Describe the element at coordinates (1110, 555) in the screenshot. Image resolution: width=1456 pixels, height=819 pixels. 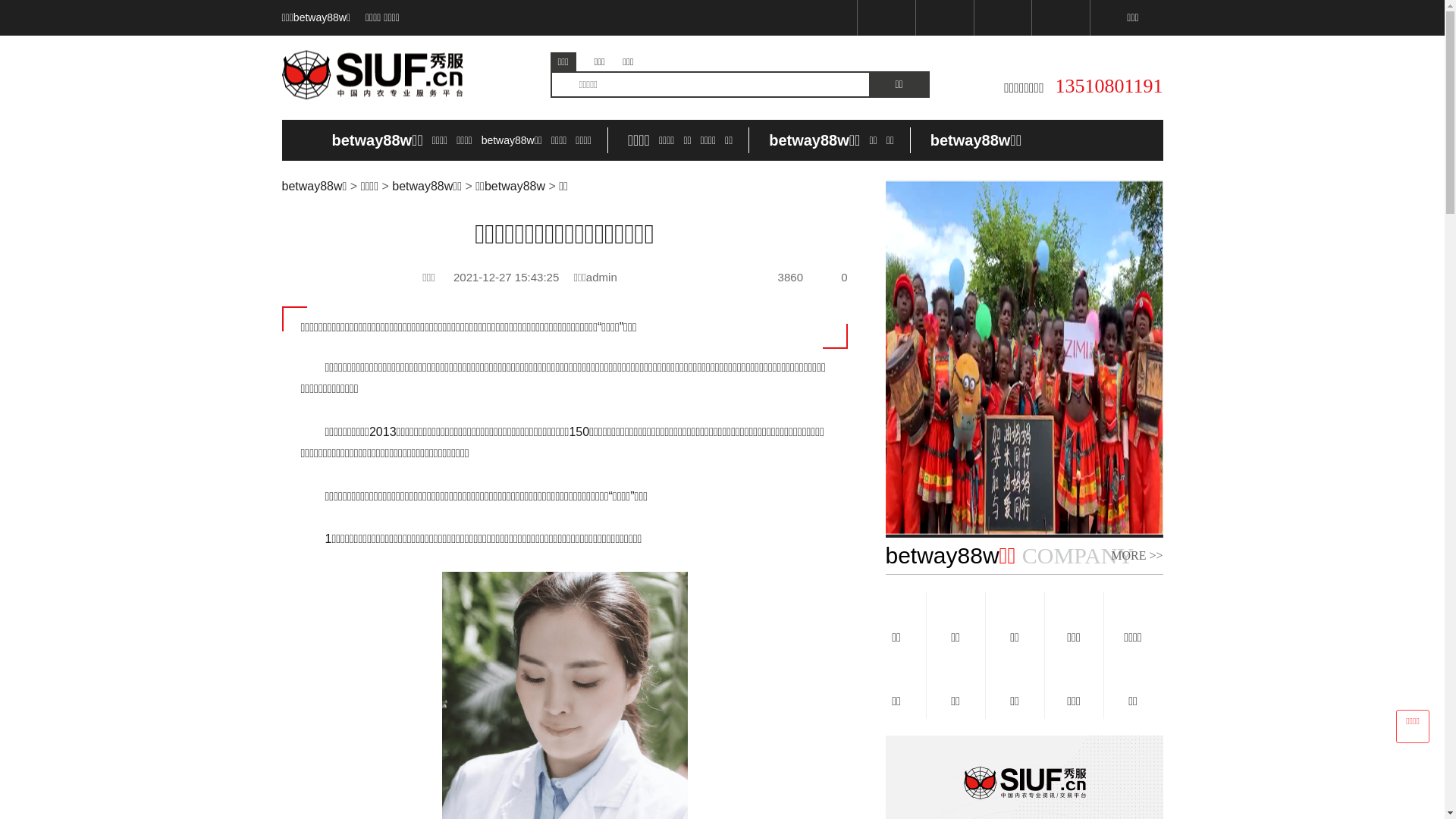
I see `'MORE >>'` at that location.